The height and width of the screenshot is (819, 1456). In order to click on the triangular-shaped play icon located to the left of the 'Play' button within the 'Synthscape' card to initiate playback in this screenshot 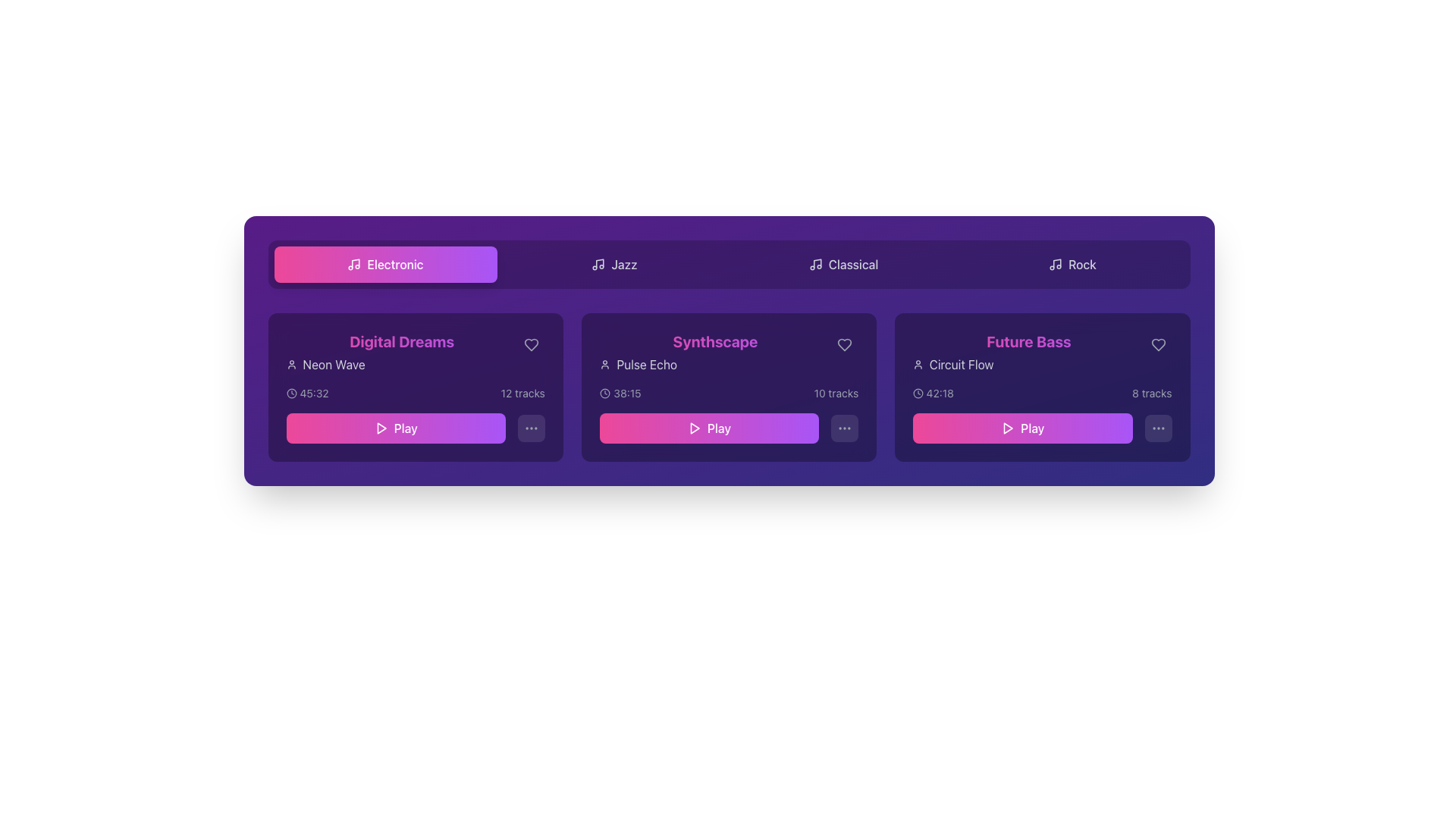, I will do `click(693, 428)`.